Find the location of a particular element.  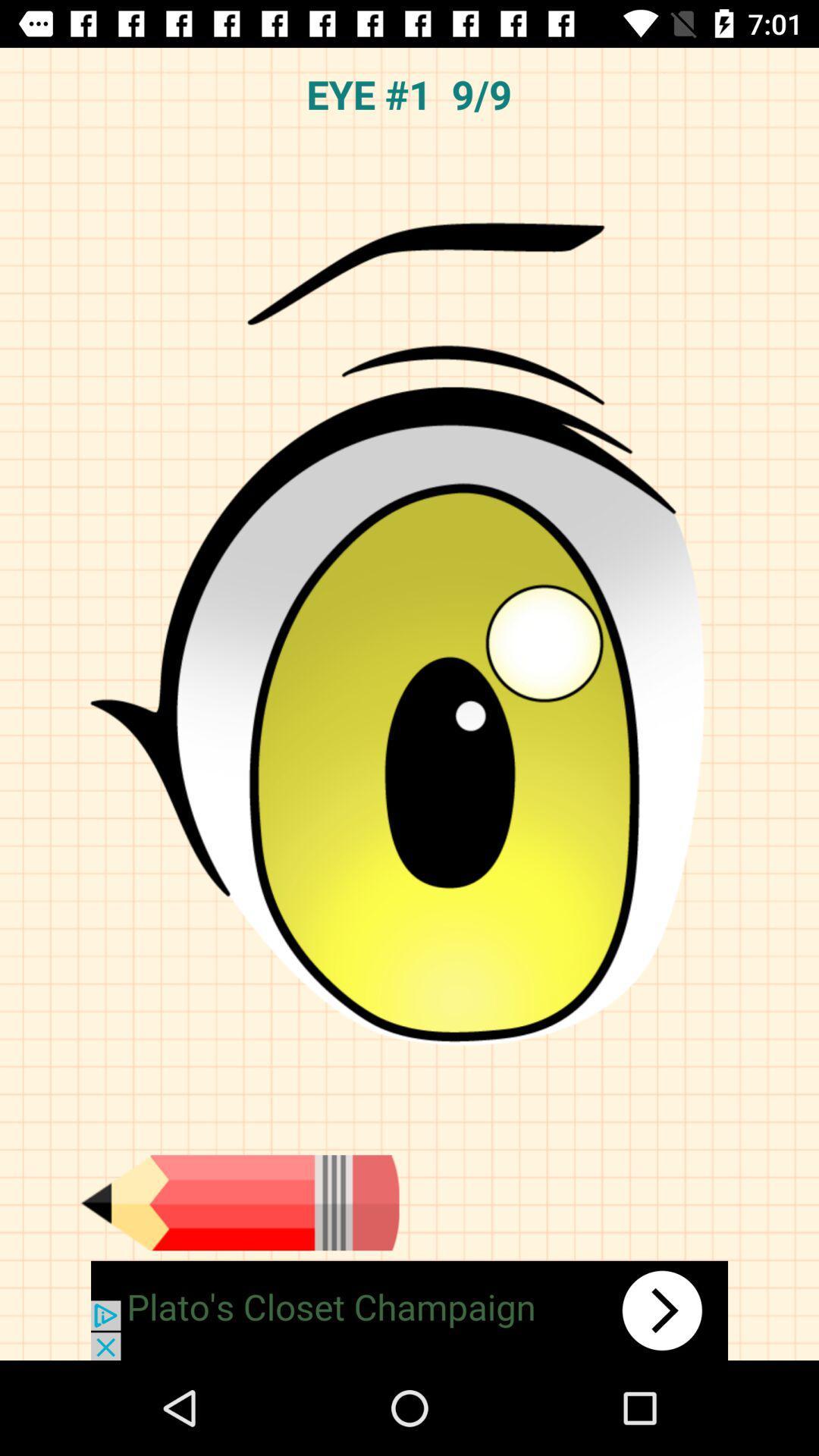

visit advertisement page is located at coordinates (409, 1310).